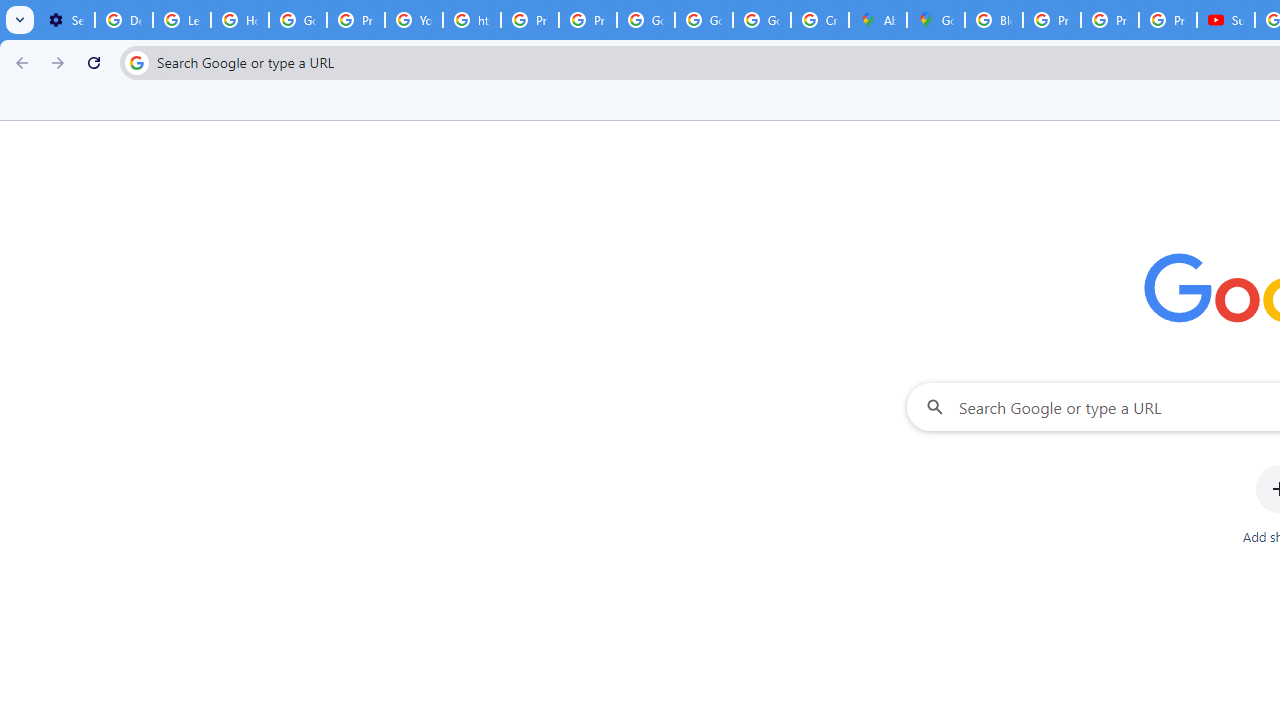  I want to click on 'Delete photos & videos - Computer - Google Photos Help', so click(123, 20).